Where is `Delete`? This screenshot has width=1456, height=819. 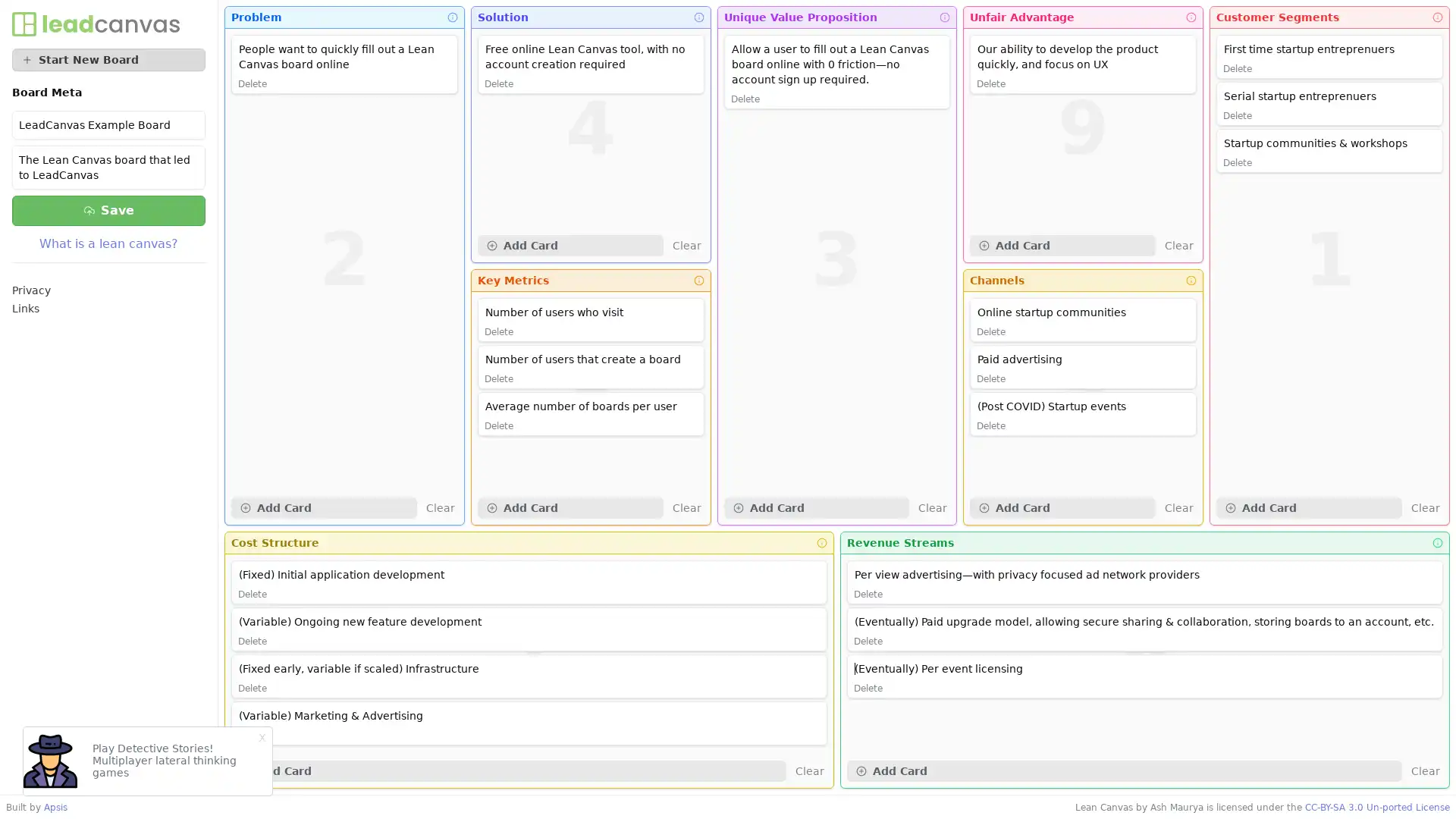 Delete is located at coordinates (990, 377).